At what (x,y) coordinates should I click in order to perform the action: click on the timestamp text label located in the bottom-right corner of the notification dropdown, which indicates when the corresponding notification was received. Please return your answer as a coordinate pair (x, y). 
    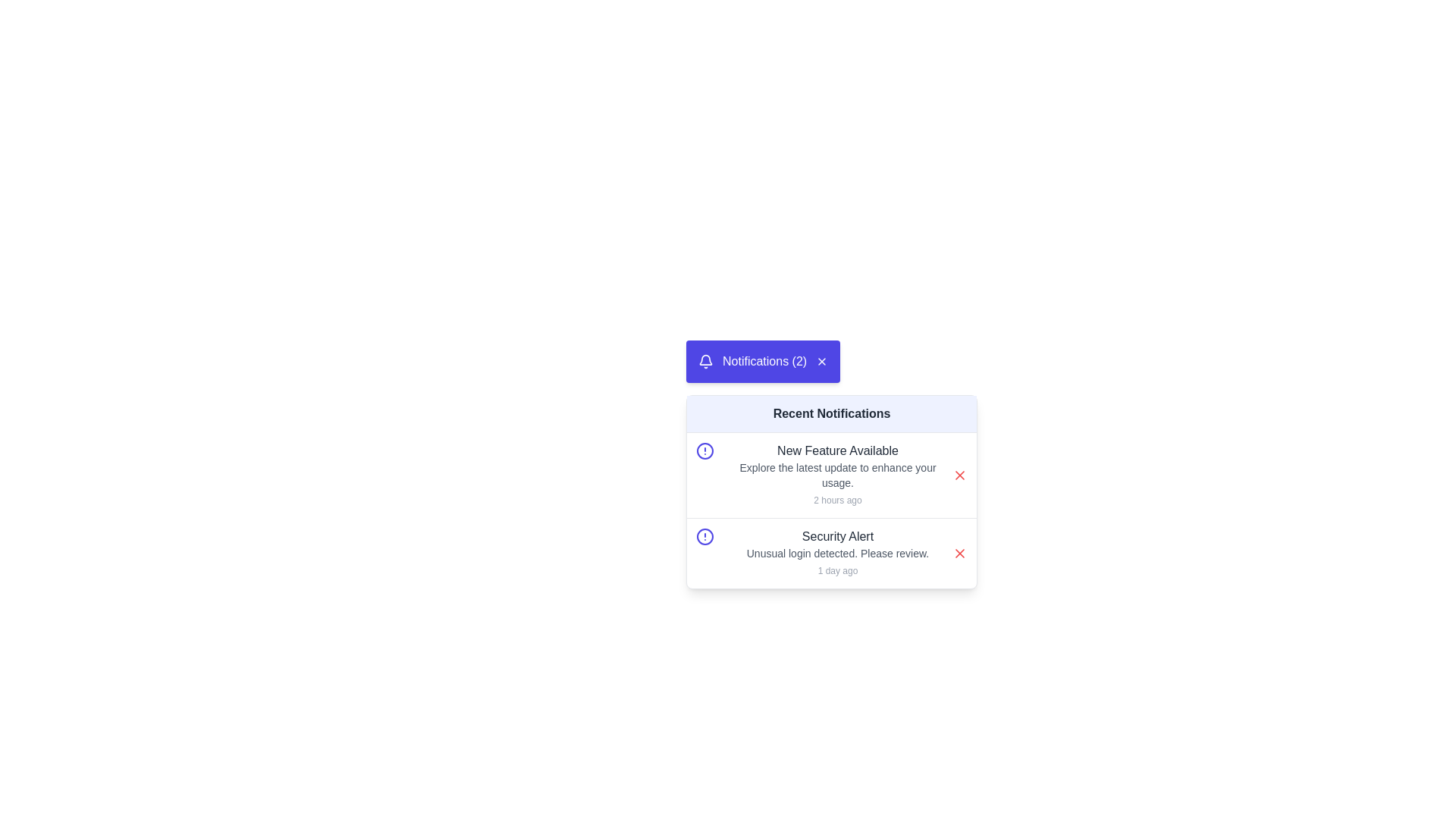
    Looking at the image, I should click on (836, 500).